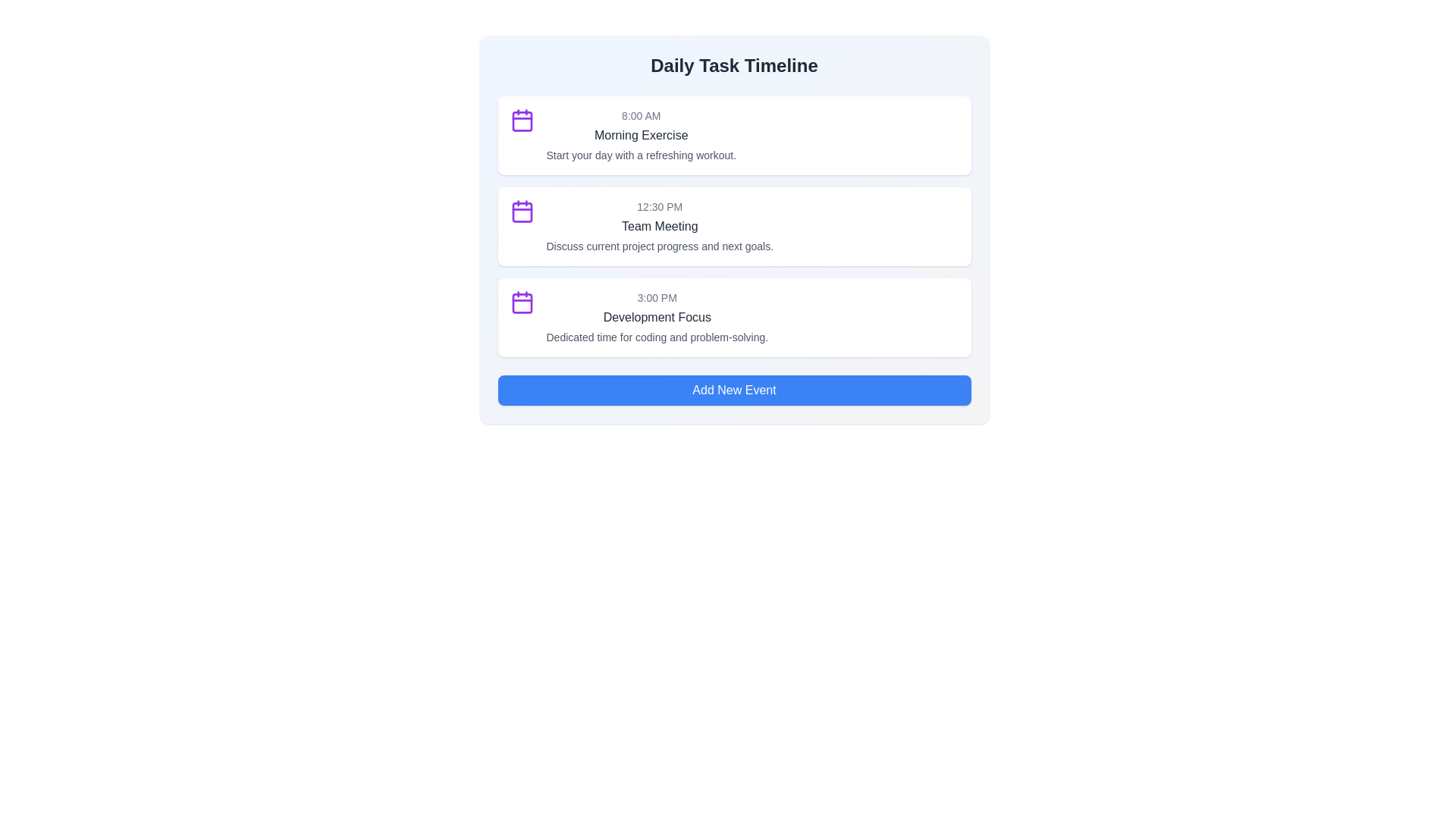 The width and height of the screenshot is (1456, 819). What do you see at coordinates (522, 211) in the screenshot?
I see `the calendar icon representing the '12:30 PM - Team Meeting' task card, which is styled with a purple color and features two horizontal bars within a rounded square outline` at bounding box center [522, 211].